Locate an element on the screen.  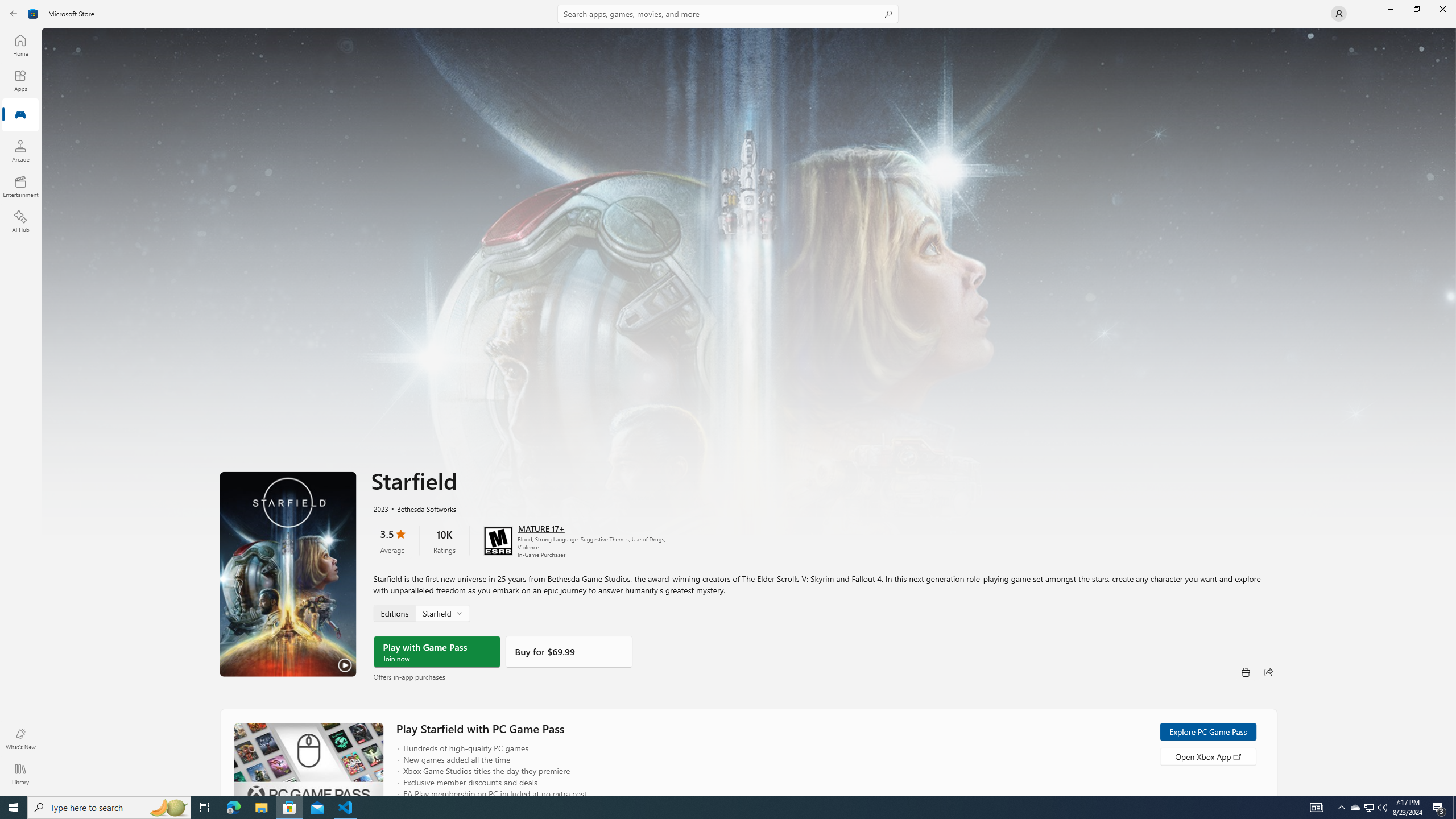
'Share' is located at coordinates (1268, 671).